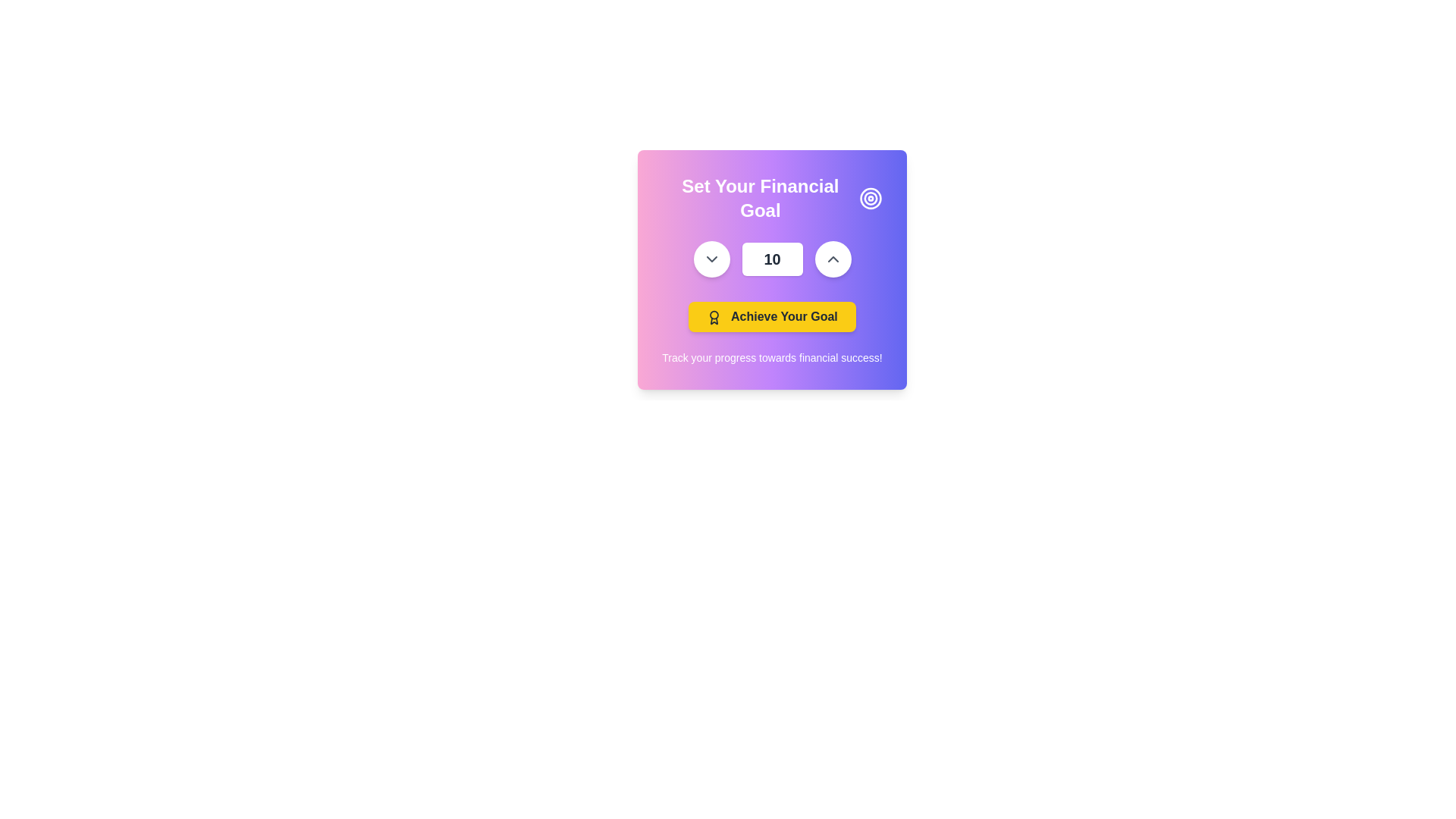 Image resolution: width=1456 pixels, height=819 pixels. I want to click on header text which indicates the primary action or functionality of setting a financial goal, located at the center of the header section of the card component, so click(761, 198).